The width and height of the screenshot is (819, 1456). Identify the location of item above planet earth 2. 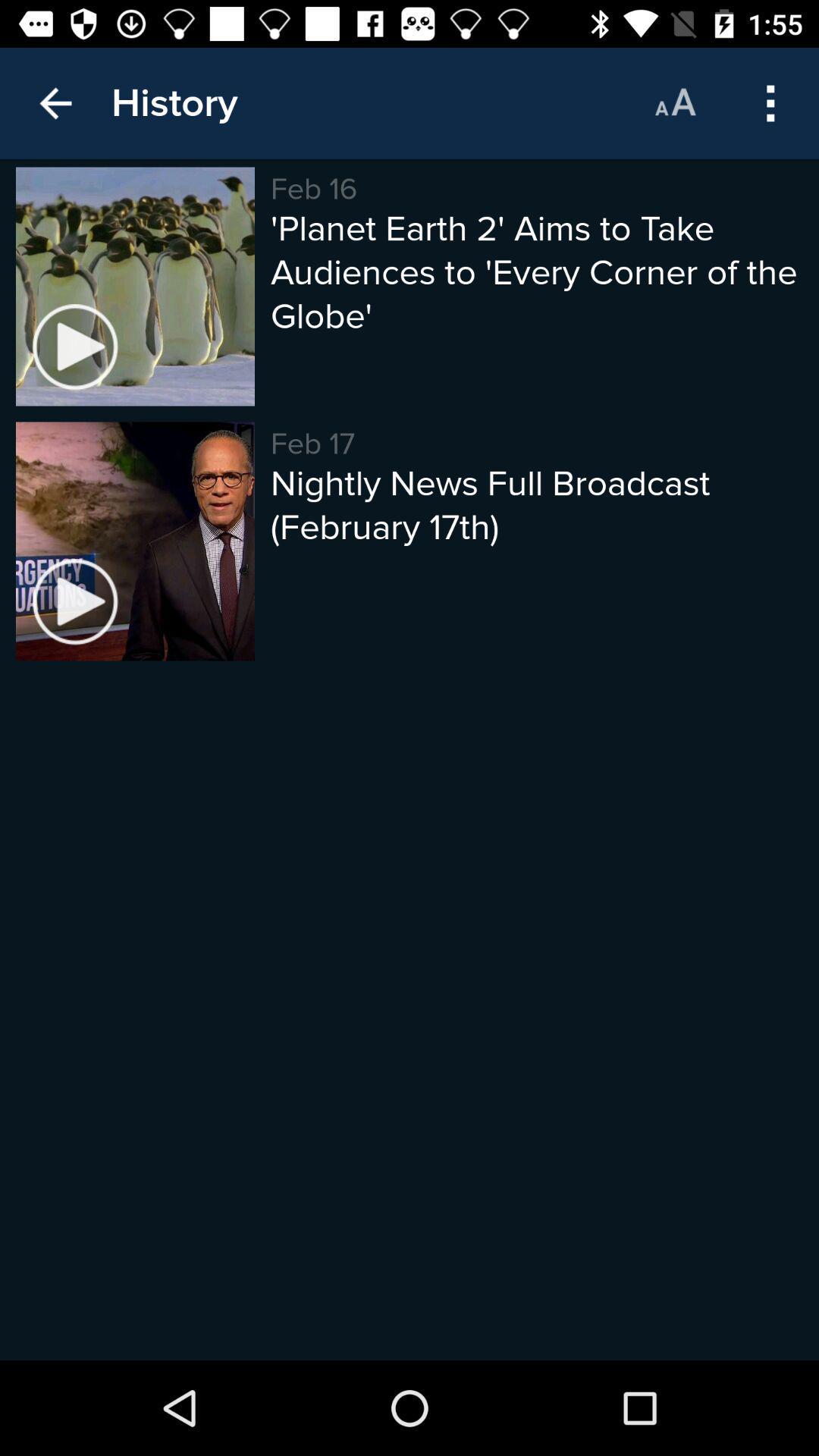
(674, 102).